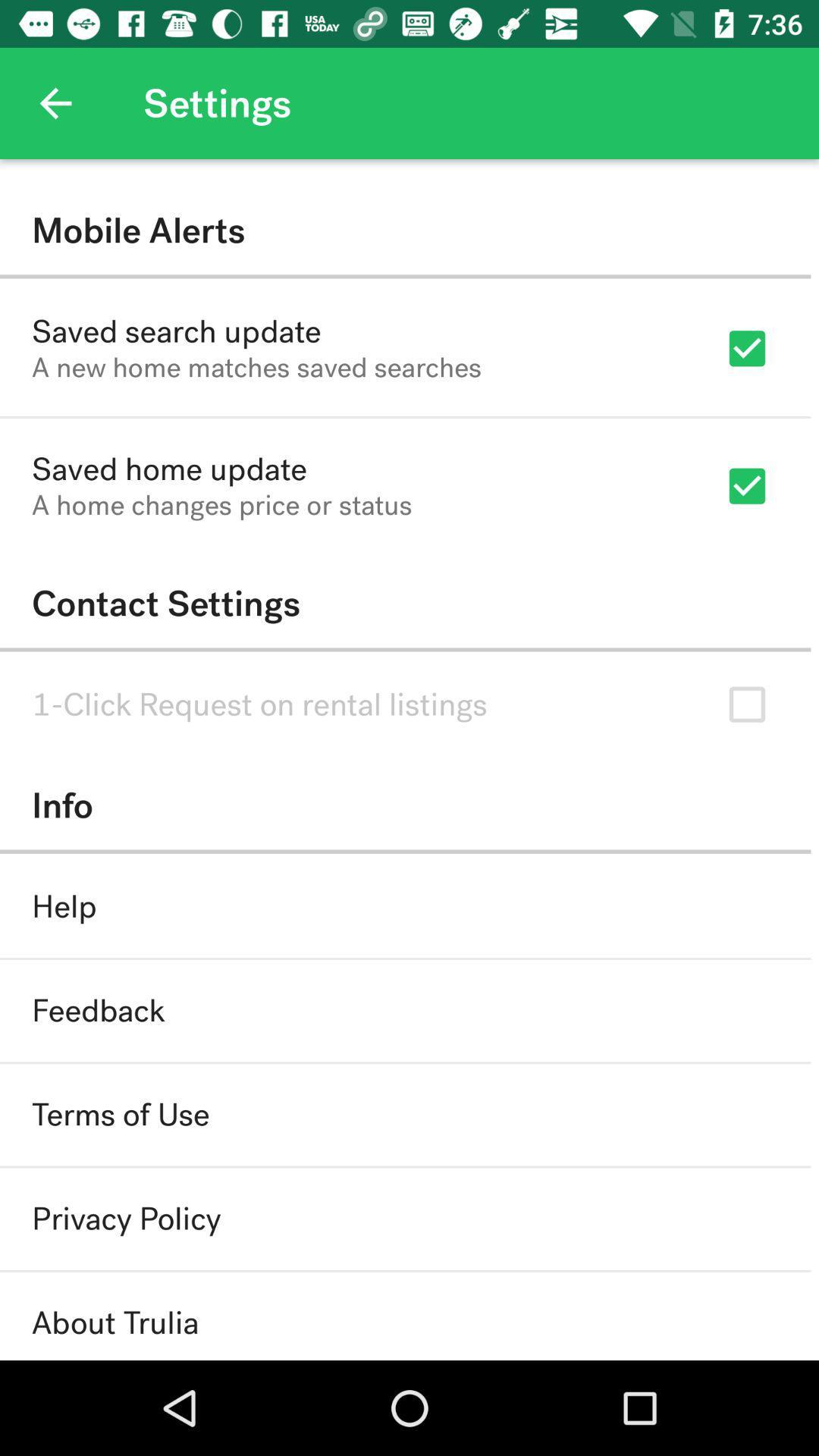 This screenshot has height=1456, width=819. I want to click on the contact settings icon, so click(404, 603).